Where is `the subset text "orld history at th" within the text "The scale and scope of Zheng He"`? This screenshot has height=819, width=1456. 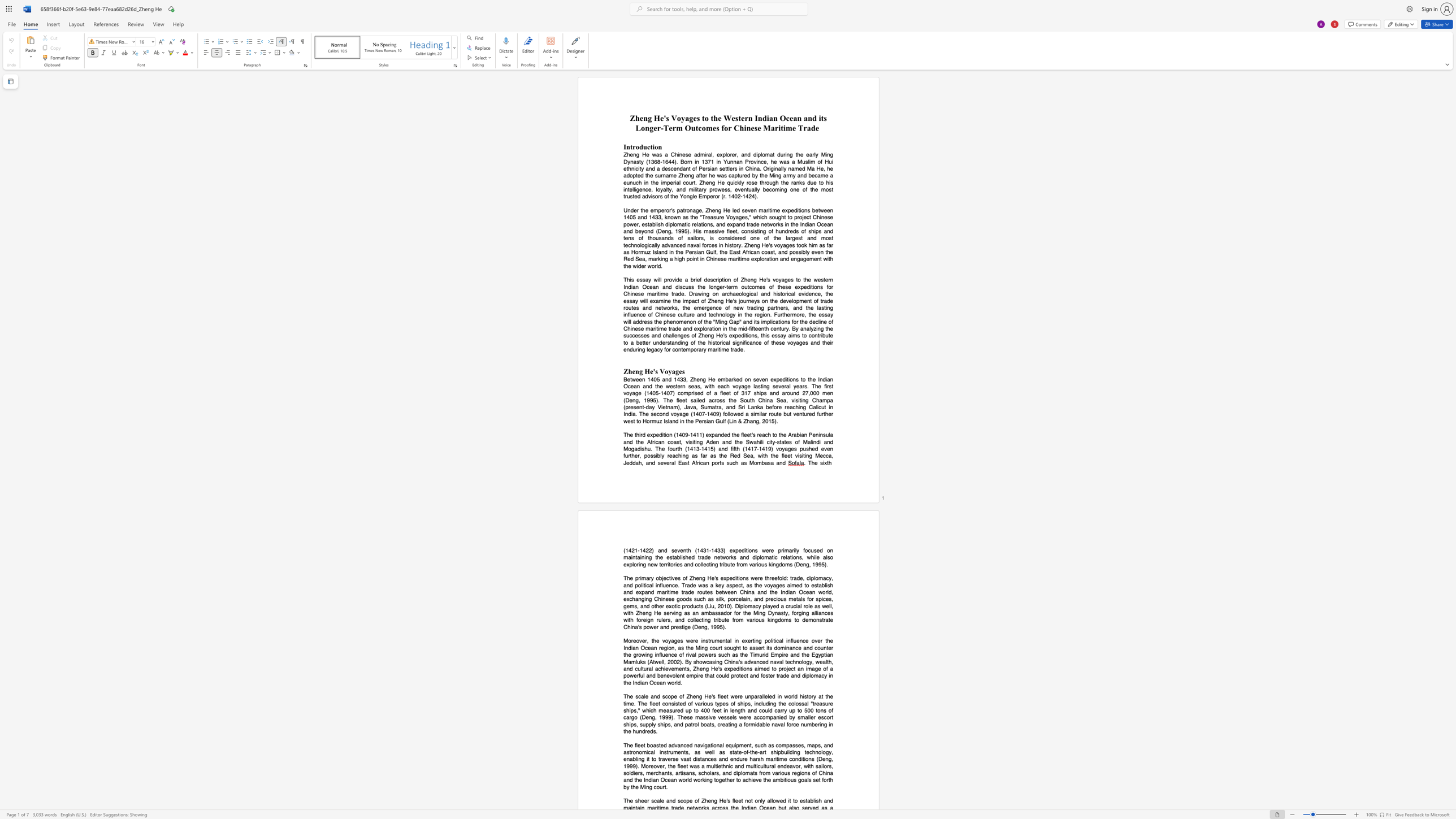 the subset text "orld history at th" within the text "The scale and scope of Zheng He" is located at coordinates (787, 696).